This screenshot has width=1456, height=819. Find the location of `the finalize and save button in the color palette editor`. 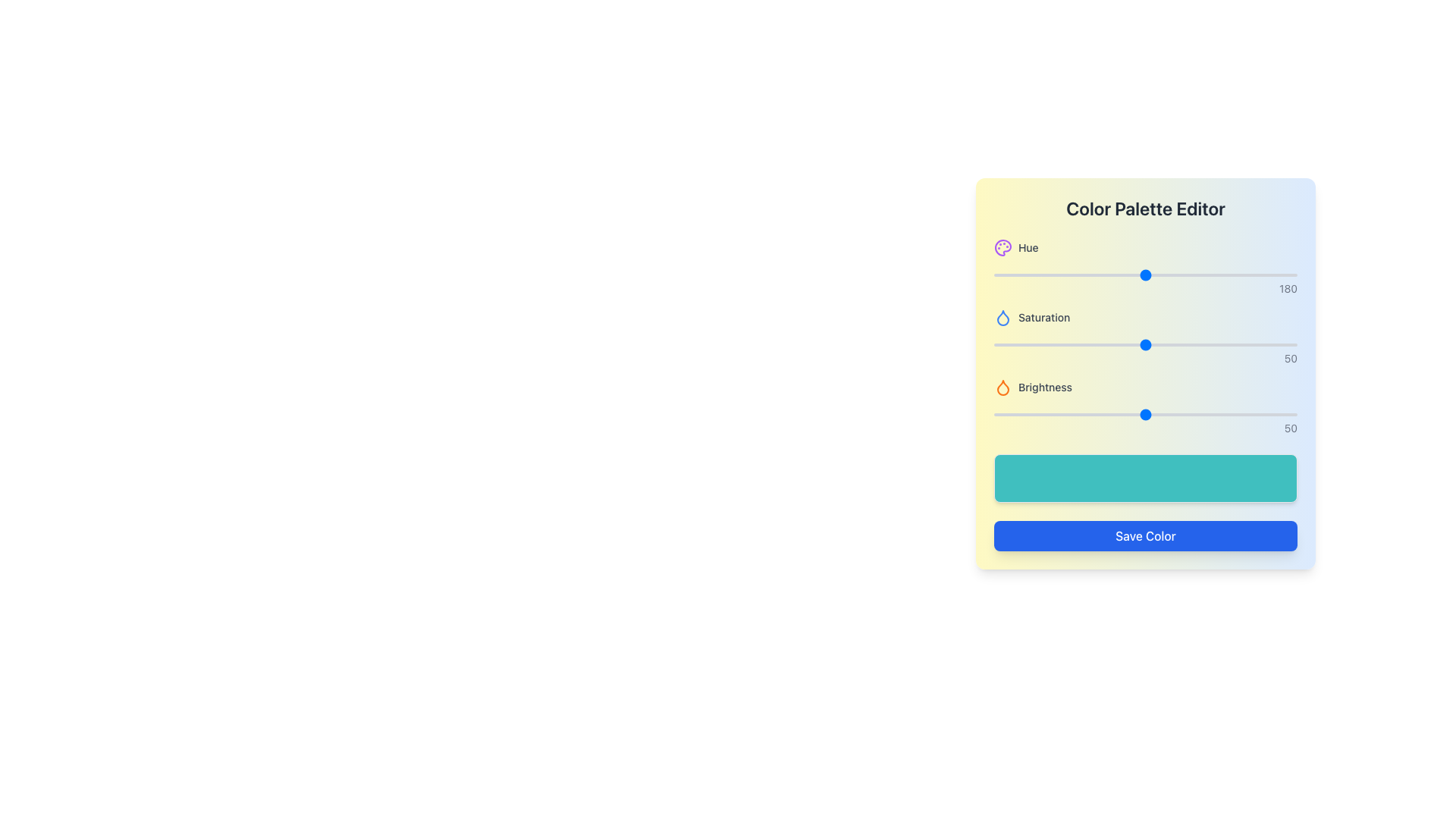

the finalize and save button in the color palette editor is located at coordinates (1146, 535).